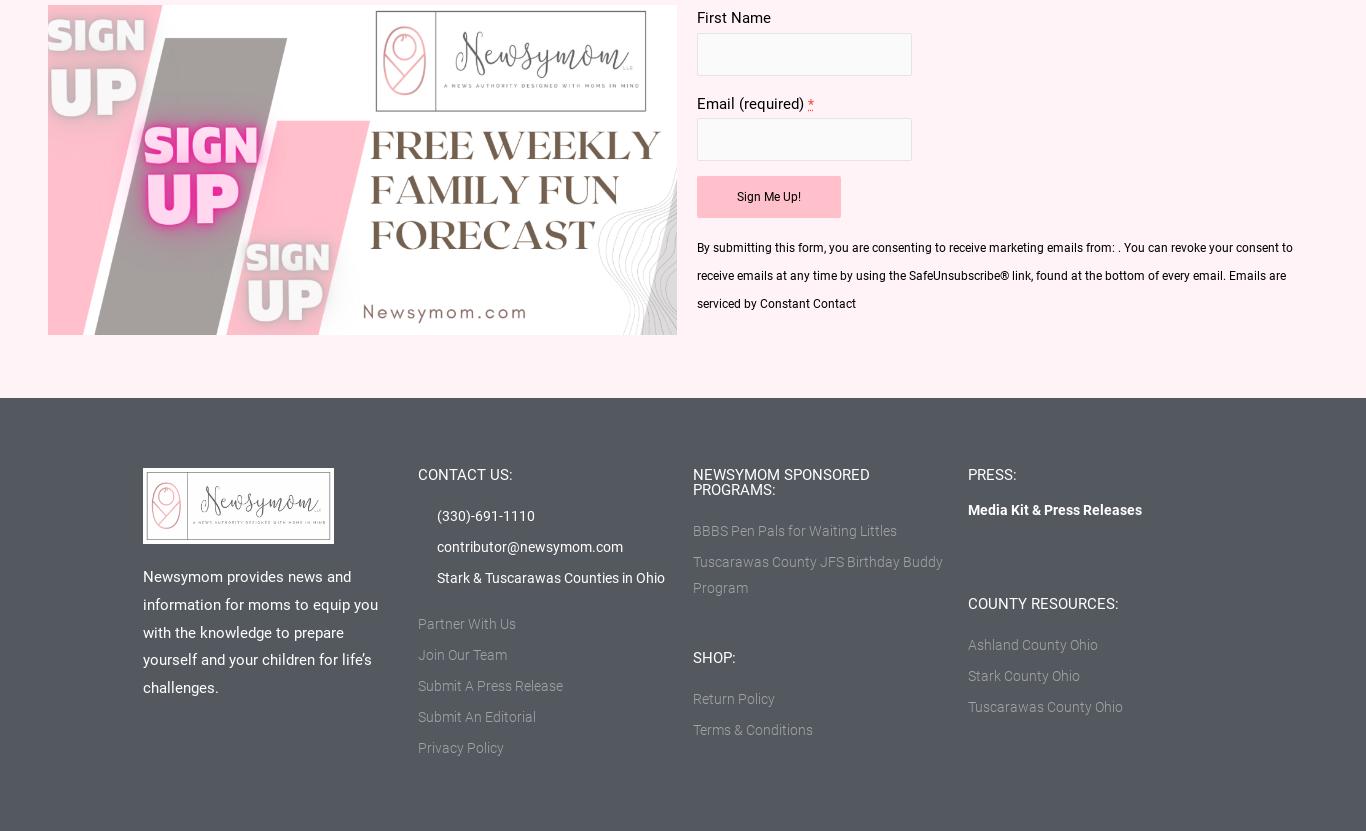 The width and height of the screenshot is (1366, 831). What do you see at coordinates (551, 576) in the screenshot?
I see `'Stark & Tuscarawas Counties in Ohio'` at bounding box center [551, 576].